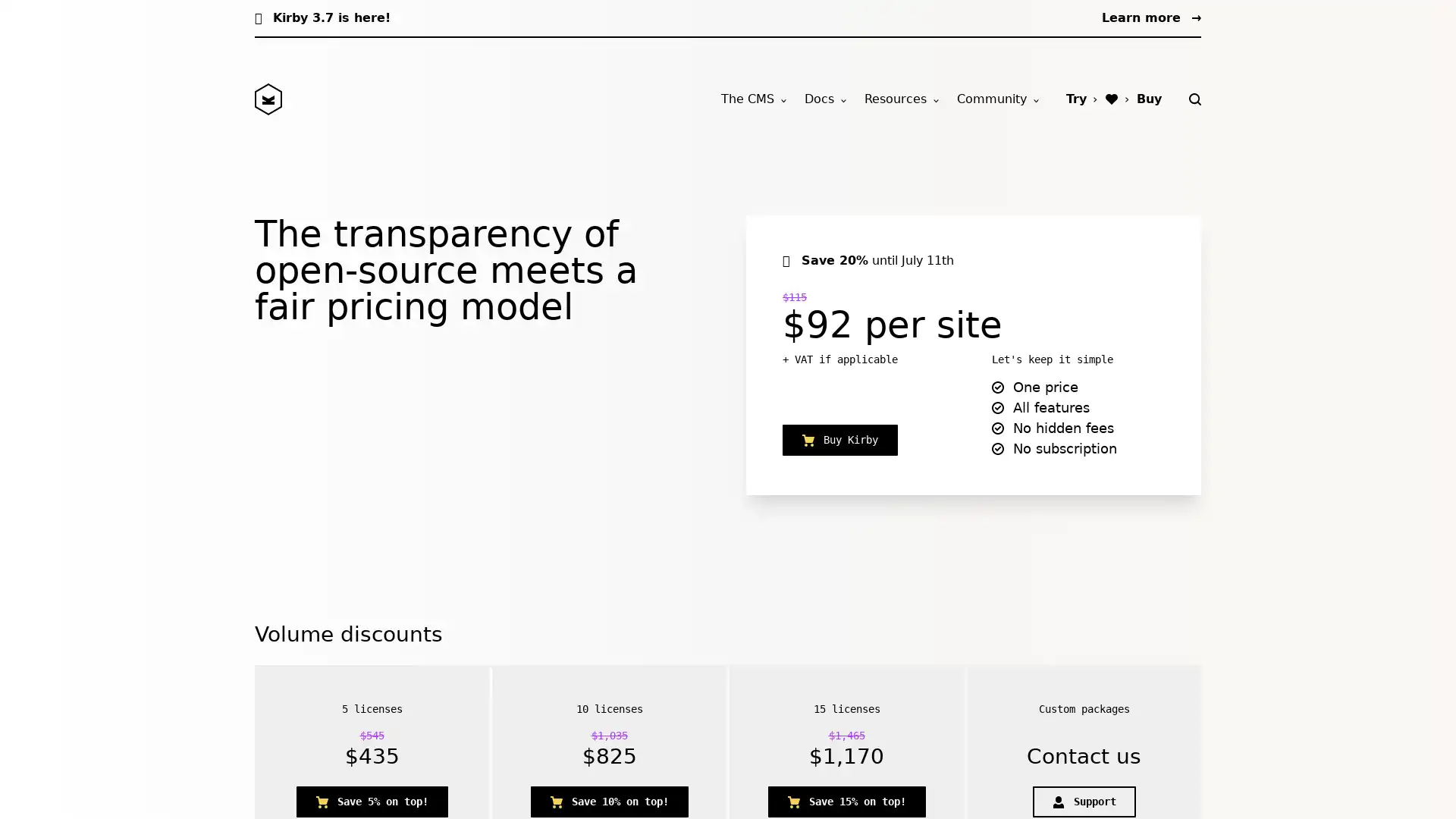 The image size is (1456, 819). I want to click on Search, so click(1194, 99).